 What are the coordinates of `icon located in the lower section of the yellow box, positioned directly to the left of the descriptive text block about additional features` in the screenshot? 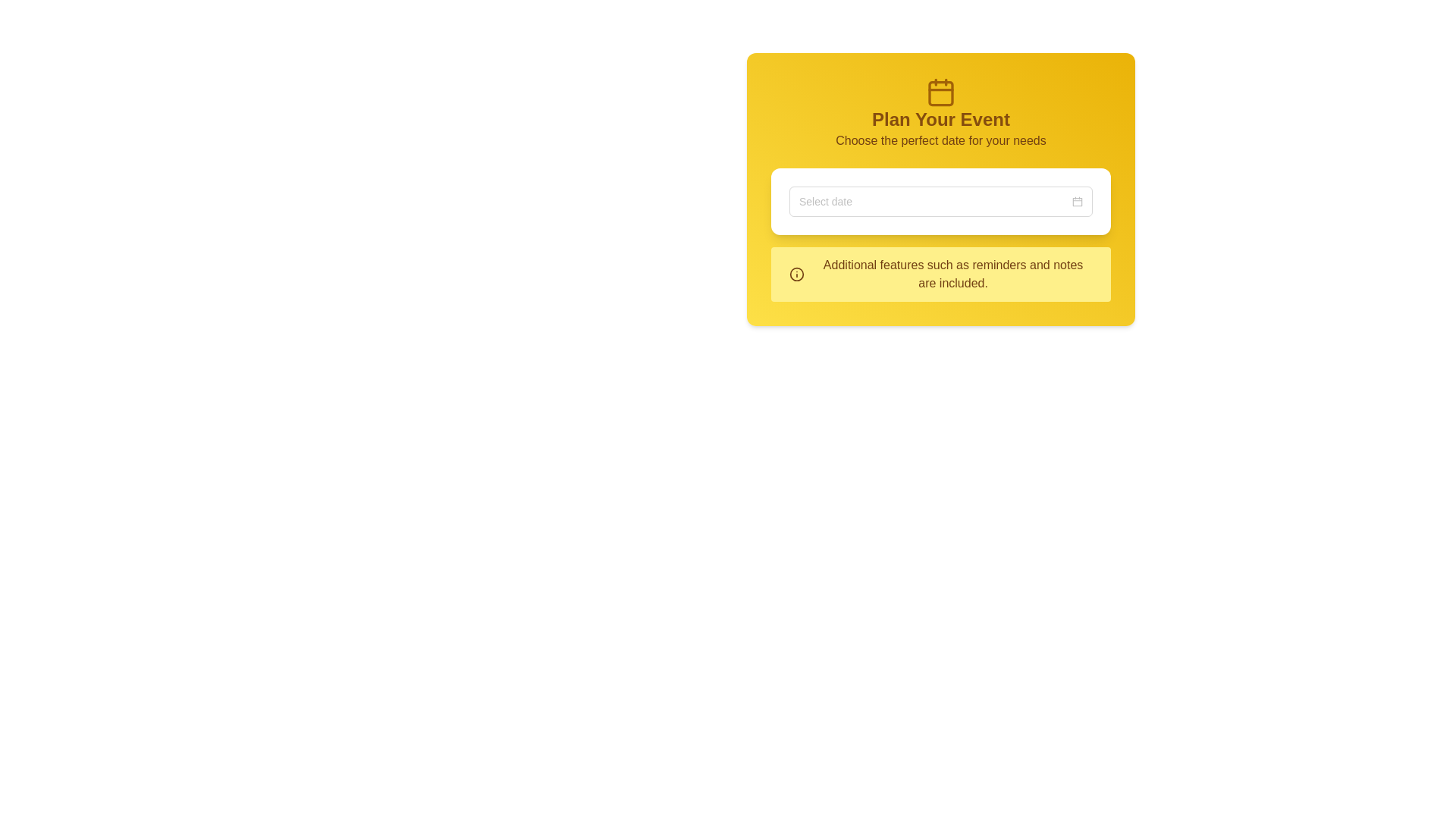 It's located at (796, 275).